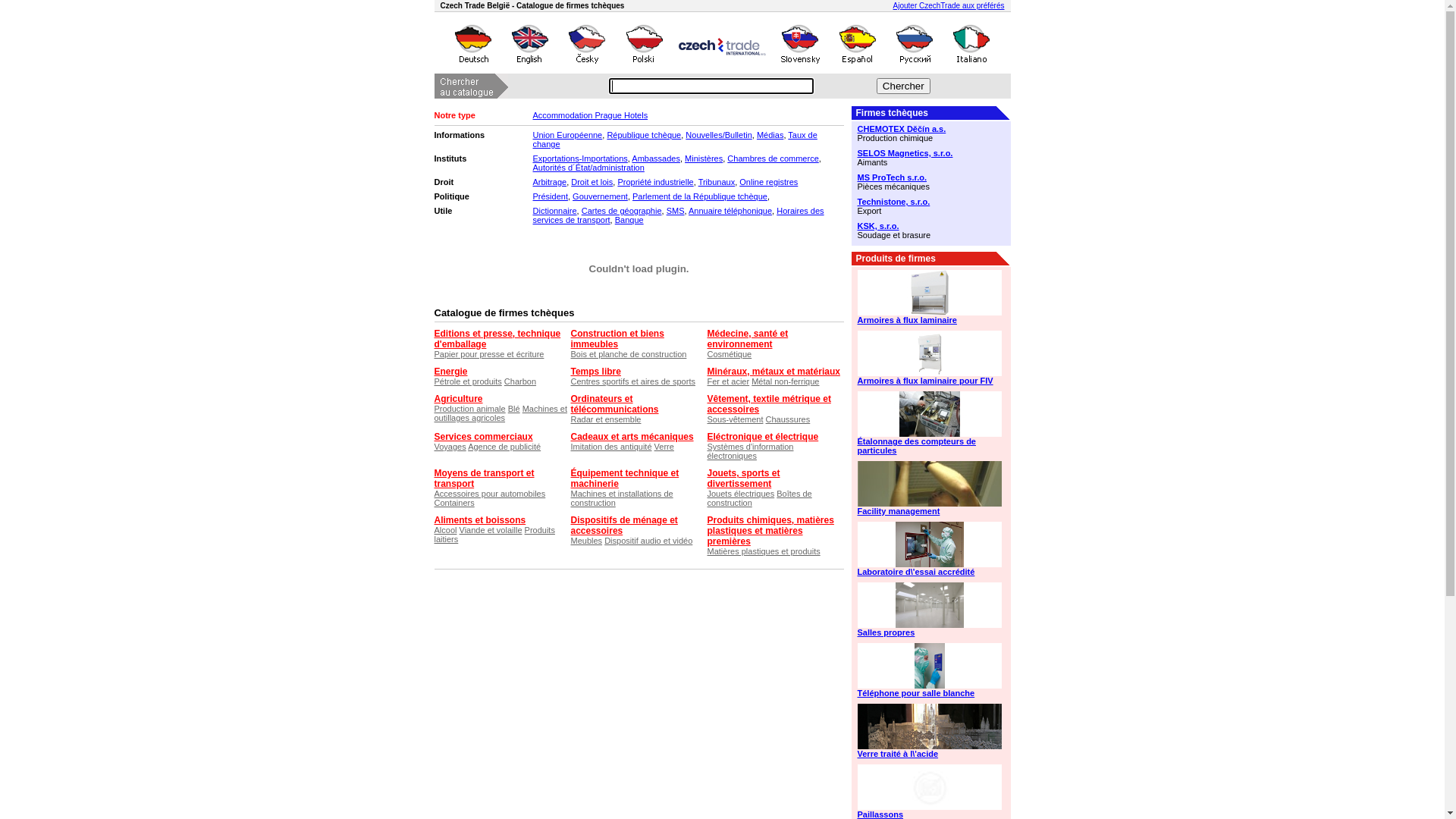 Image resolution: width=1456 pixels, height=819 pixels. I want to click on 'Radar et ensemble', so click(570, 419).